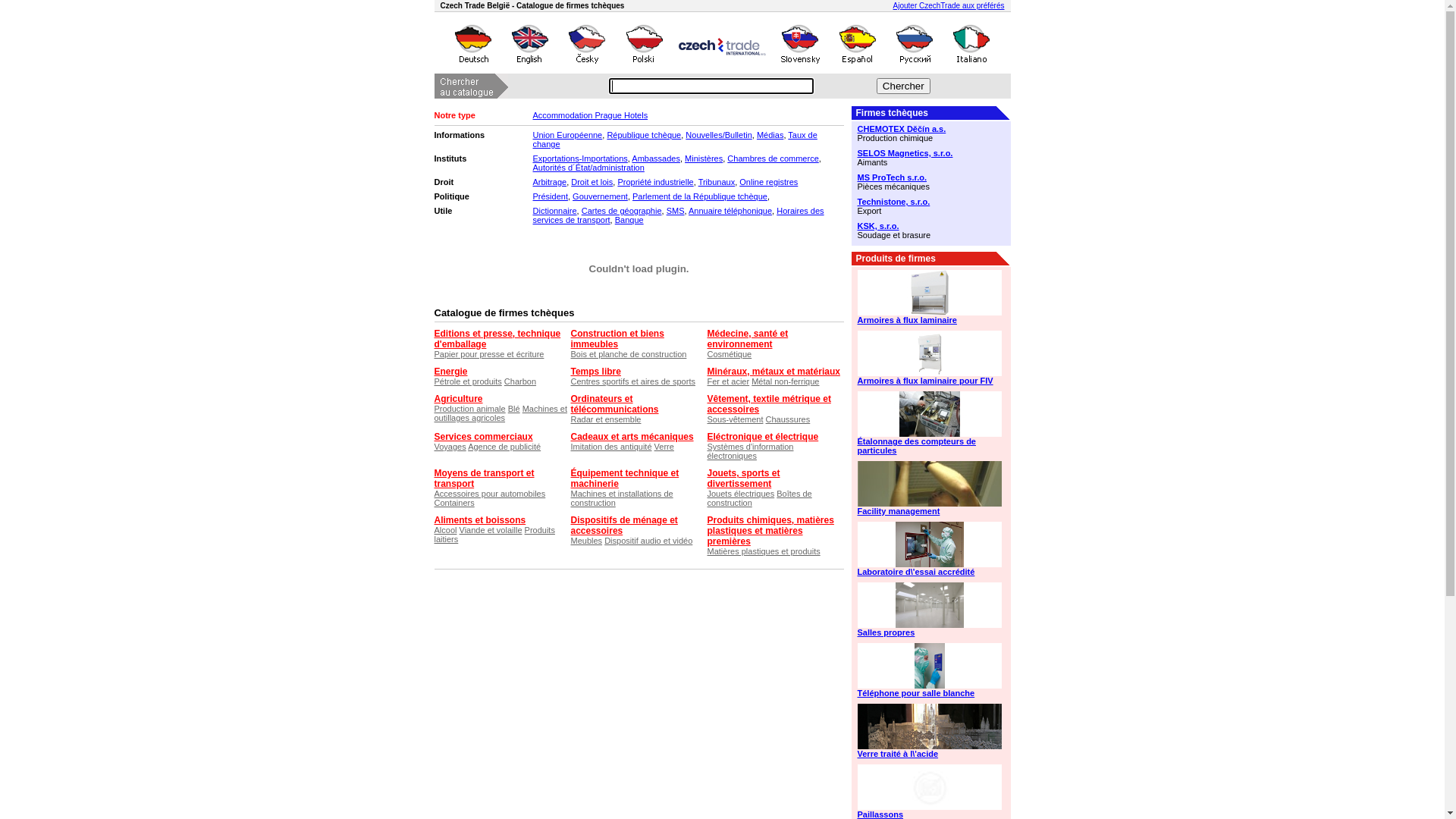 Image resolution: width=1456 pixels, height=819 pixels. I want to click on 'Radar et ensemble', so click(570, 419).